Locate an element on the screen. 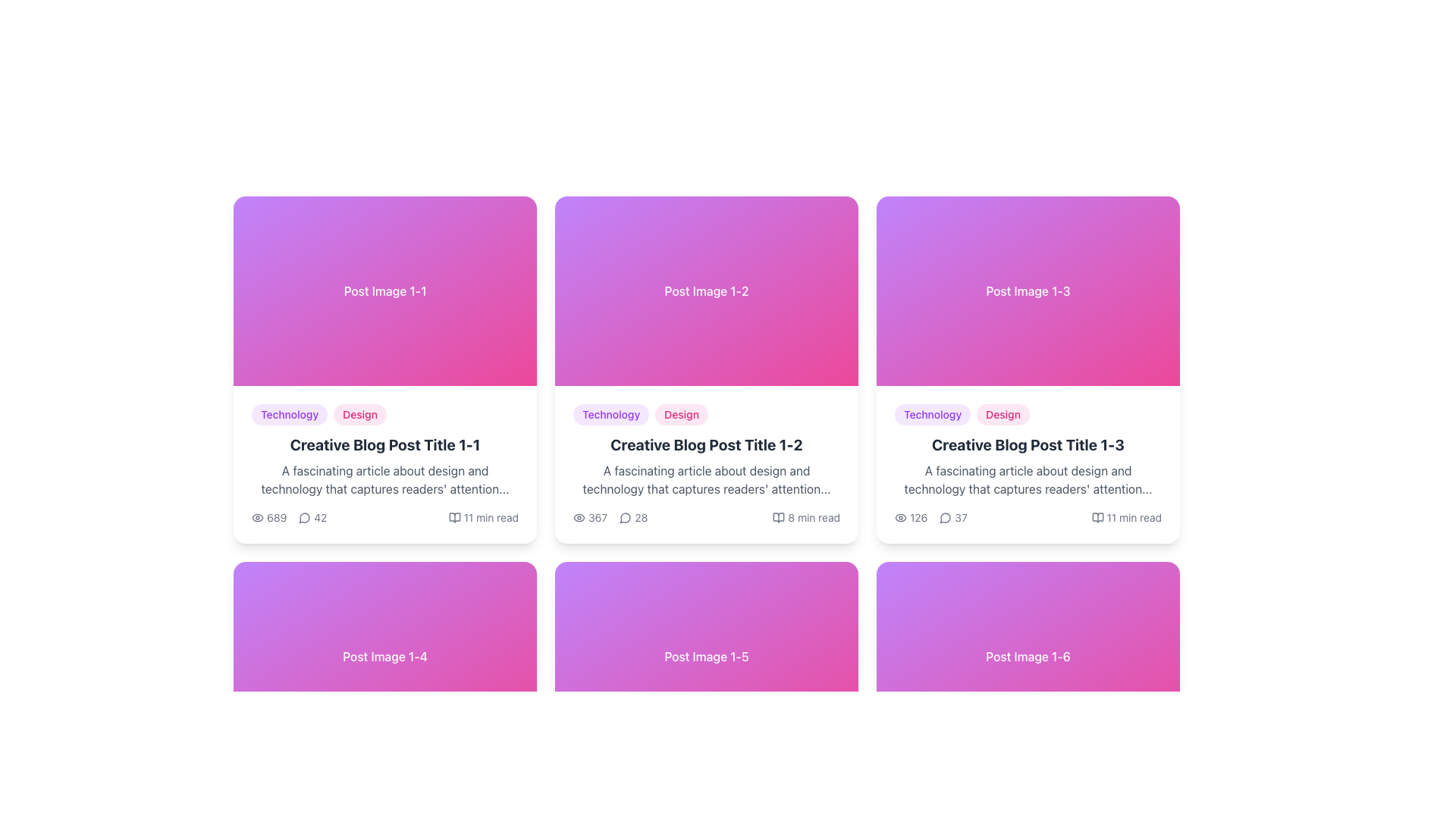 This screenshot has height=819, width=1456. the informational display element consisting of the numeric values '689' and '42' along with their respective icons (eye and chat bubble), located in the lower-left corner of the card titled 'Creative Blog Post Title 1-1' is located at coordinates (289, 516).